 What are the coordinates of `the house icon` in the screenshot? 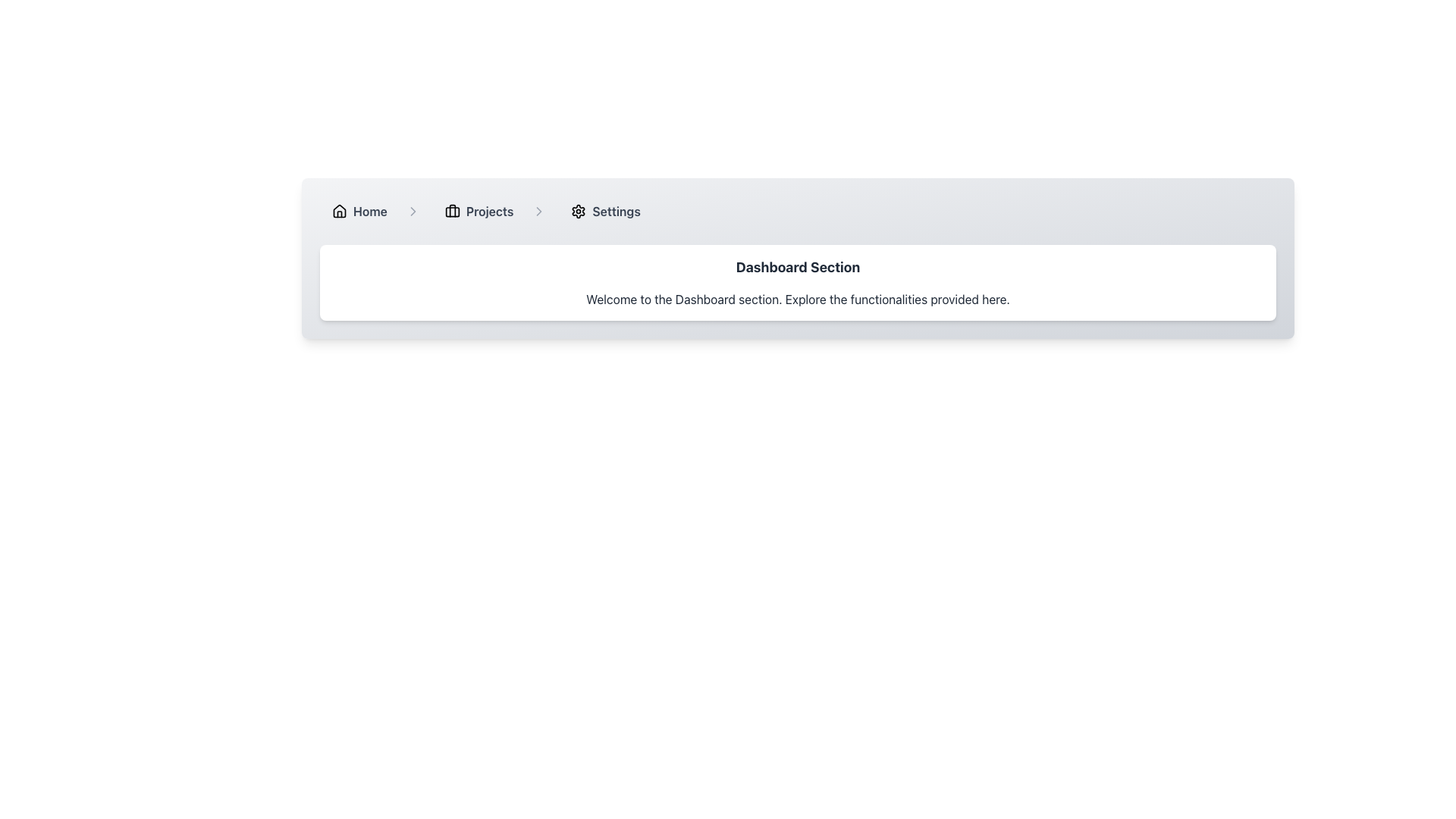 It's located at (338, 210).